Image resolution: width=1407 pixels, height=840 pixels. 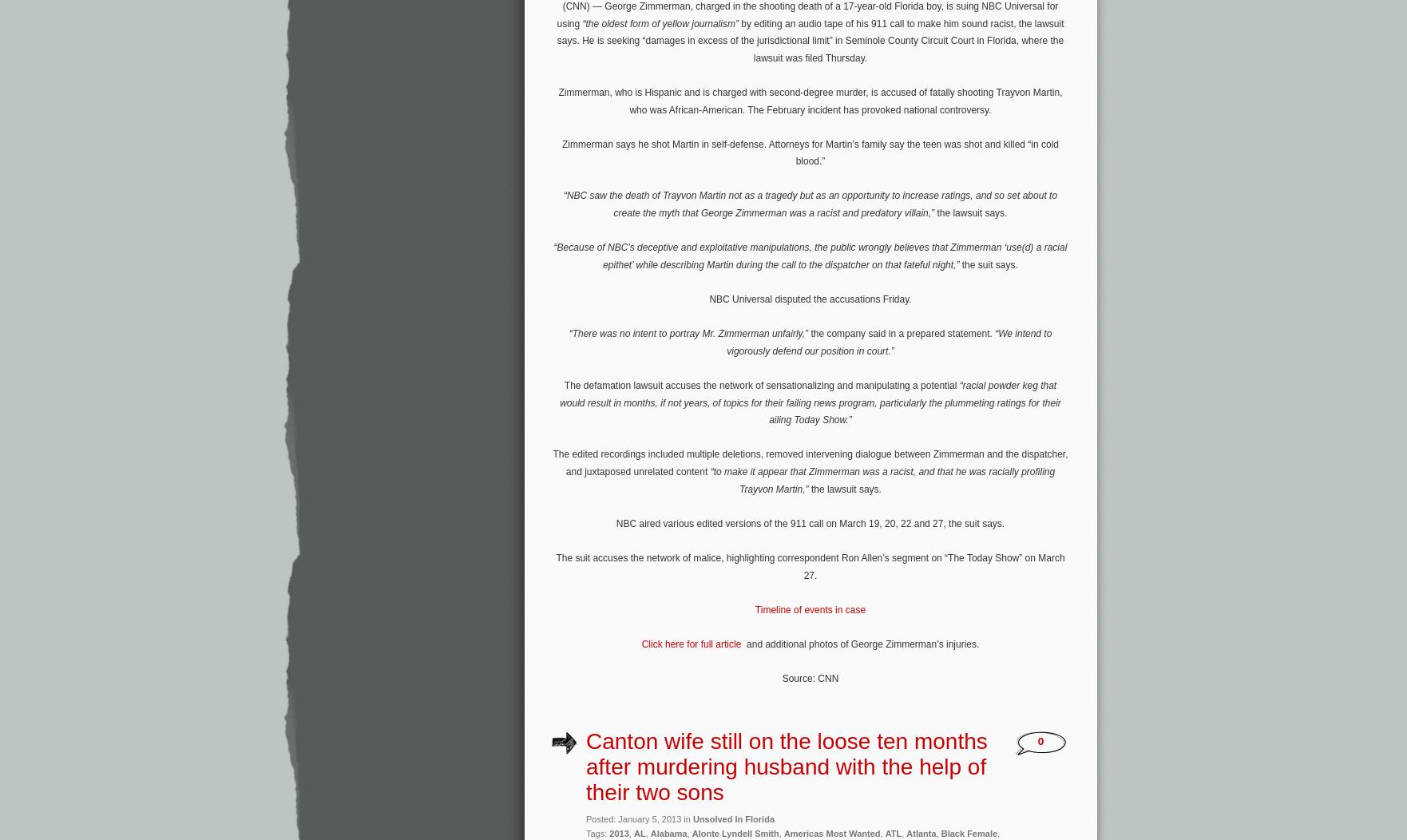 What do you see at coordinates (810, 402) in the screenshot?
I see `'“racial powder keg that would result in months, if not years, of topics for their failing news program, particularly the plummeting ratings for their ailing Today Show.”'` at bounding box center [810, 402].